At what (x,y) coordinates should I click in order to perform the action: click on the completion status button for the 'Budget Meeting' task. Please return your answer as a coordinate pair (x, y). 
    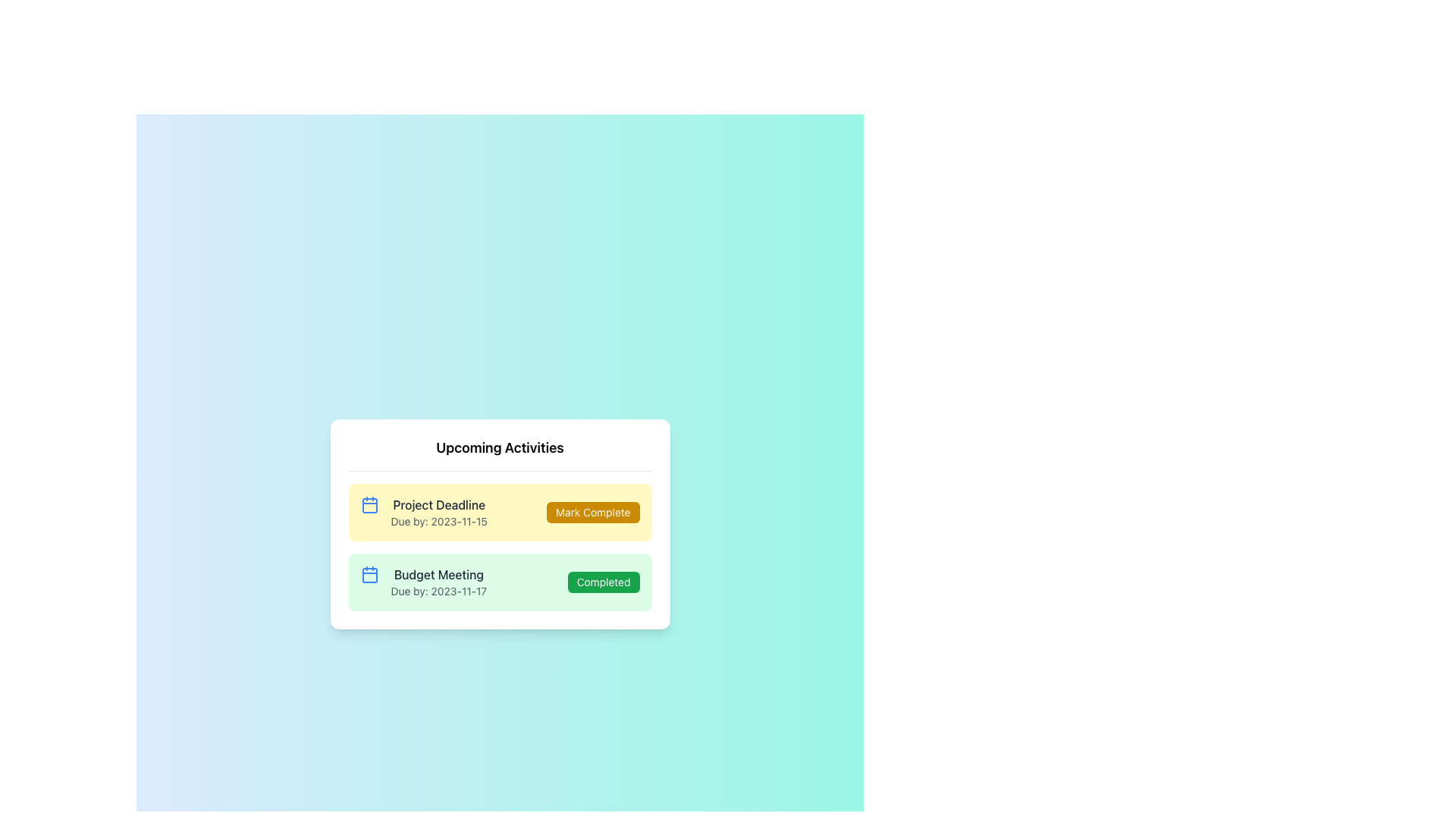
    Looking at the image, I should click on (603, 581).